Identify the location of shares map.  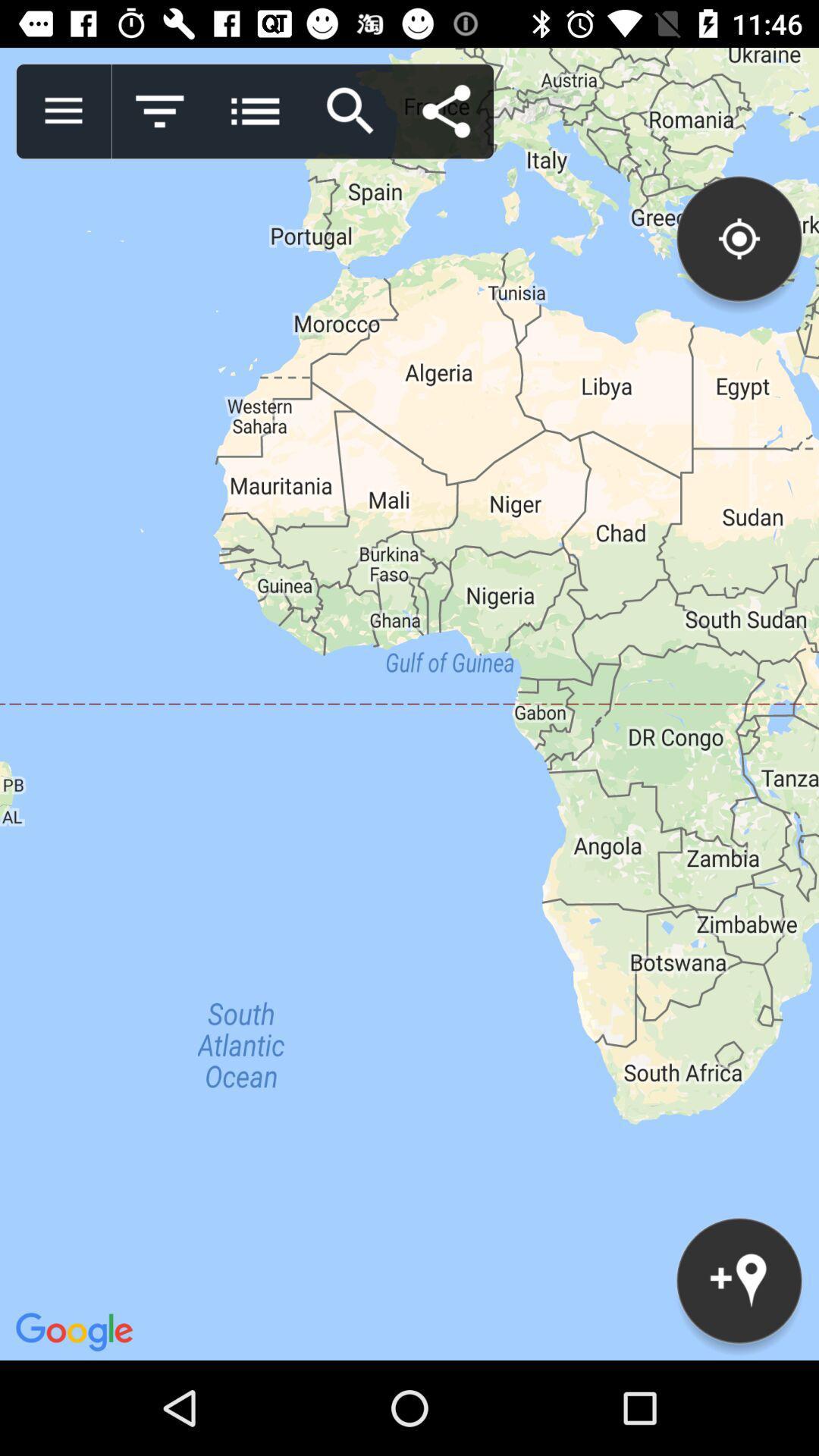
(445, 111).